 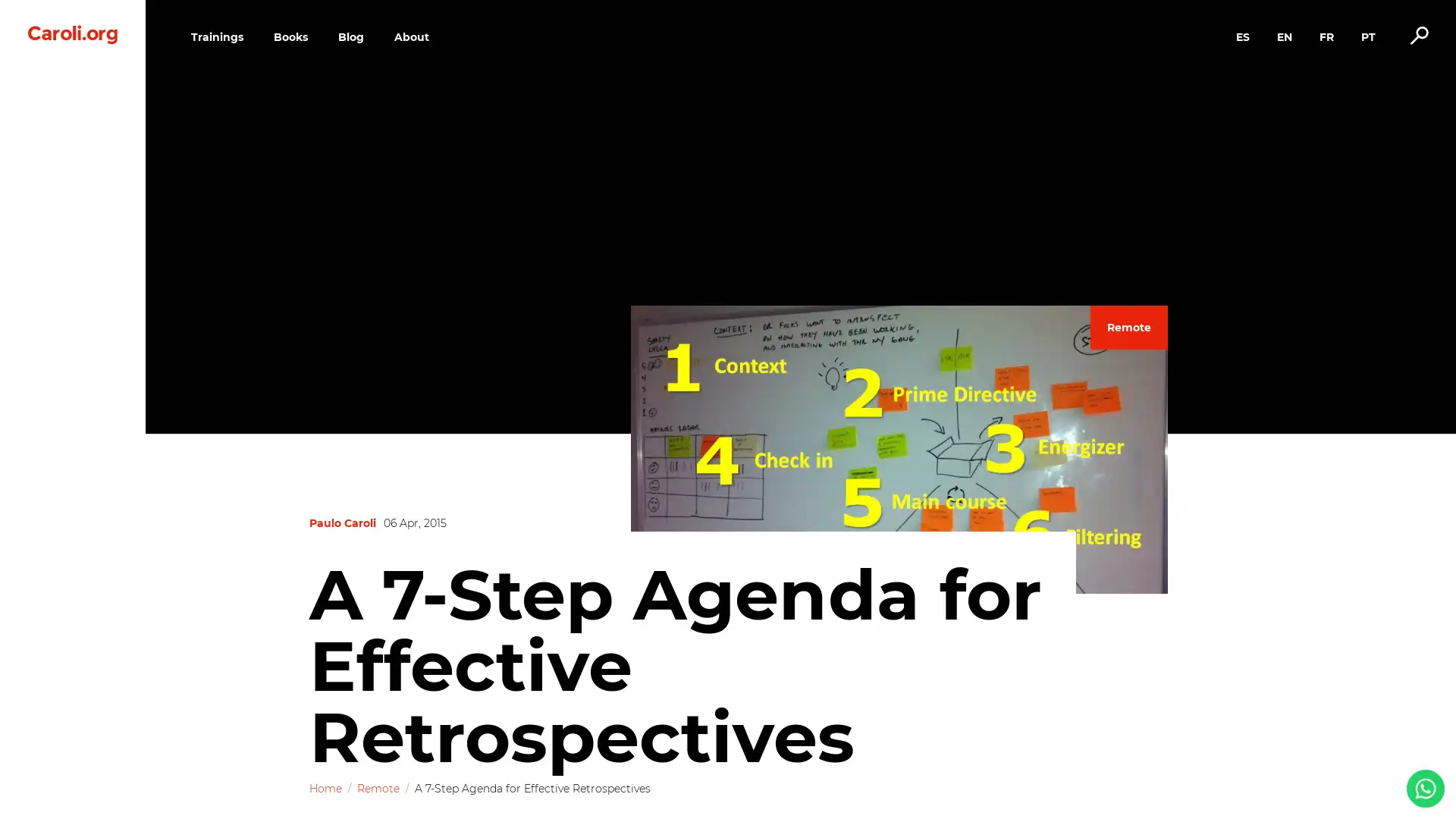 What do you see at coordinates (1416, 34) in the screenshot?
I see `Alternar busca` at bounding box center [1416, 34].